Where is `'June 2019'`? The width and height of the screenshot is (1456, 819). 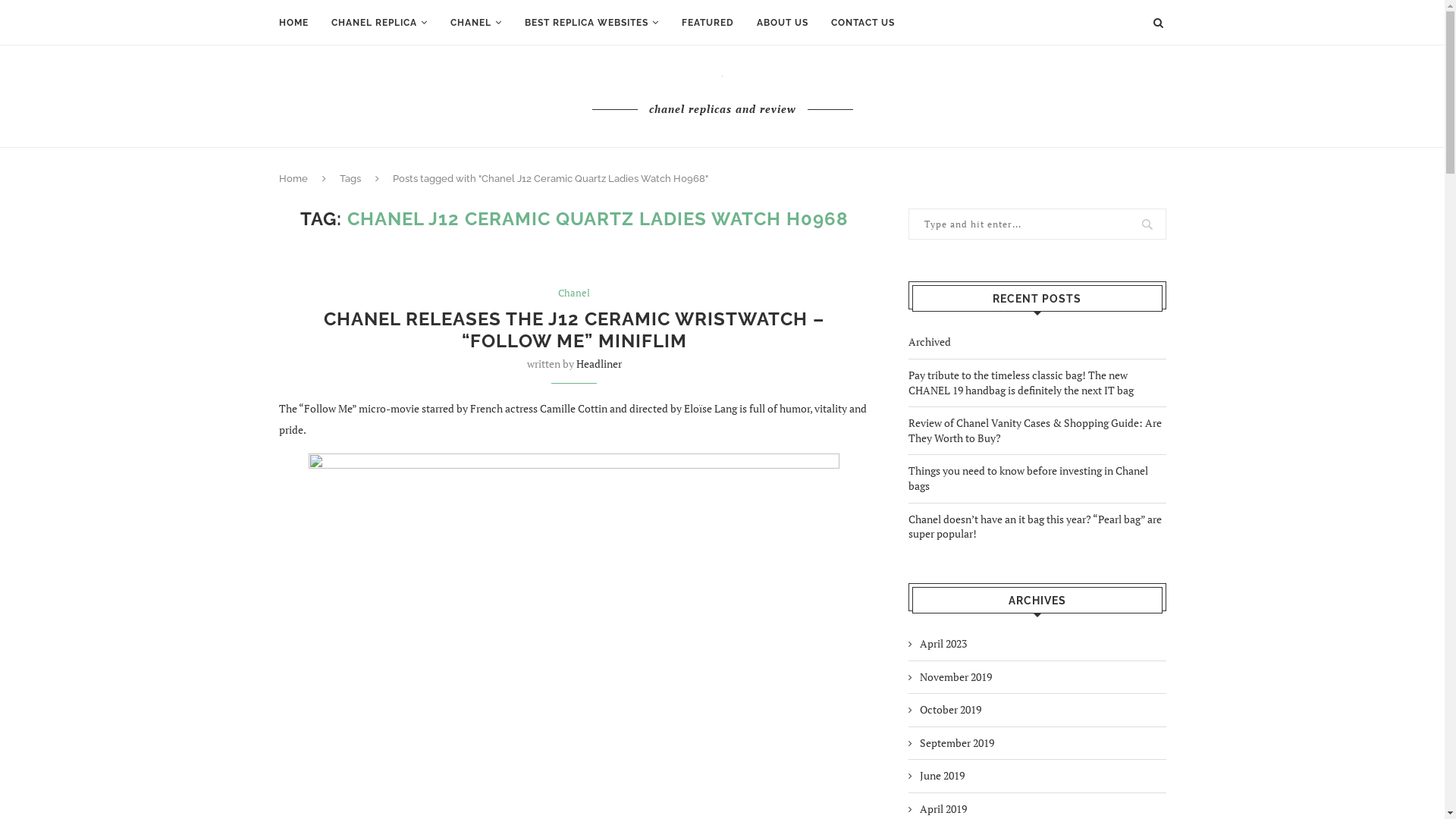 'June 2019' is located at coordinates (935, 775).